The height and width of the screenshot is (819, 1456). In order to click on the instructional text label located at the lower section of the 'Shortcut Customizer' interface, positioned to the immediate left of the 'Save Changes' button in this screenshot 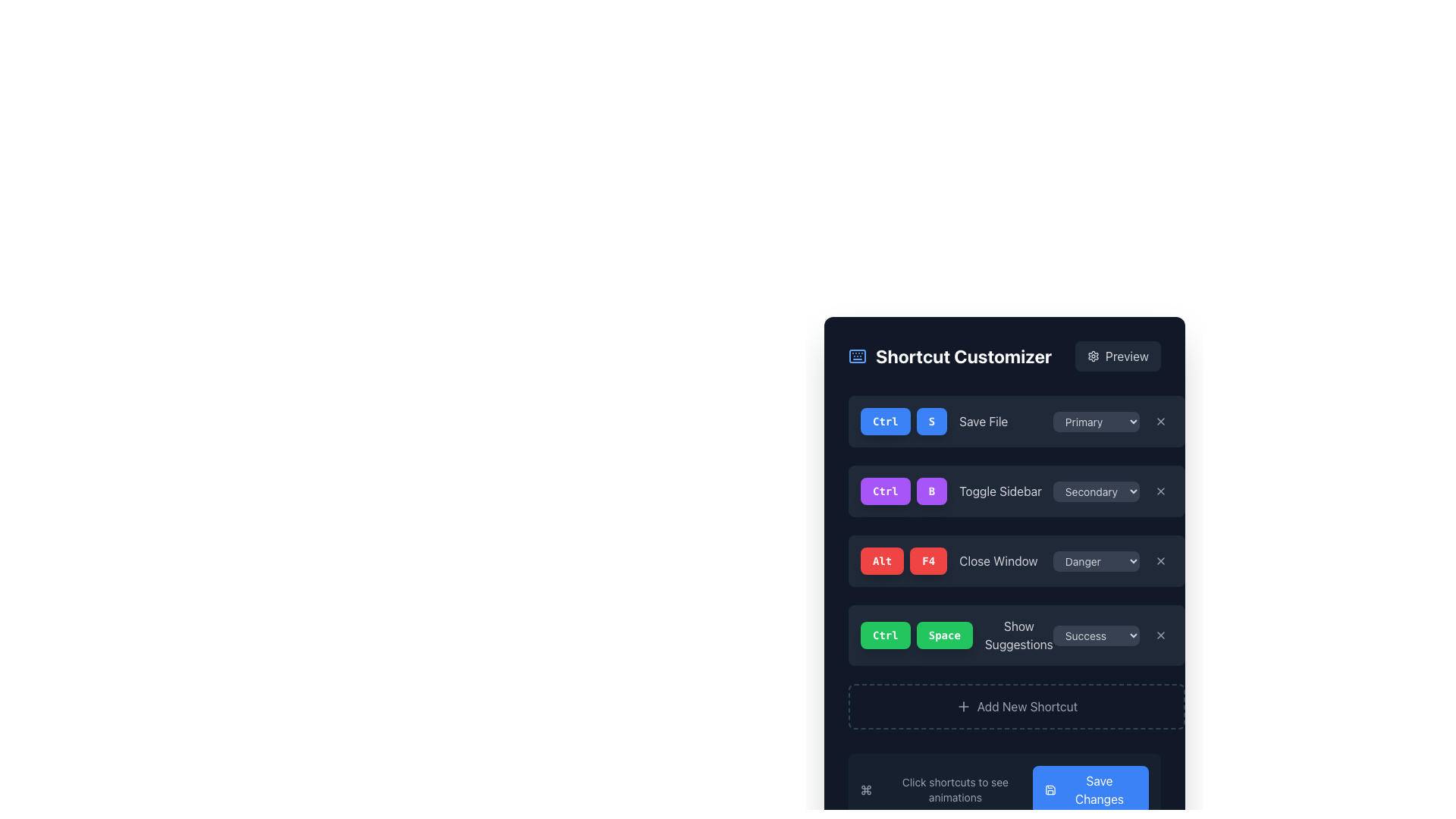, I will do `click(954, 789)`.